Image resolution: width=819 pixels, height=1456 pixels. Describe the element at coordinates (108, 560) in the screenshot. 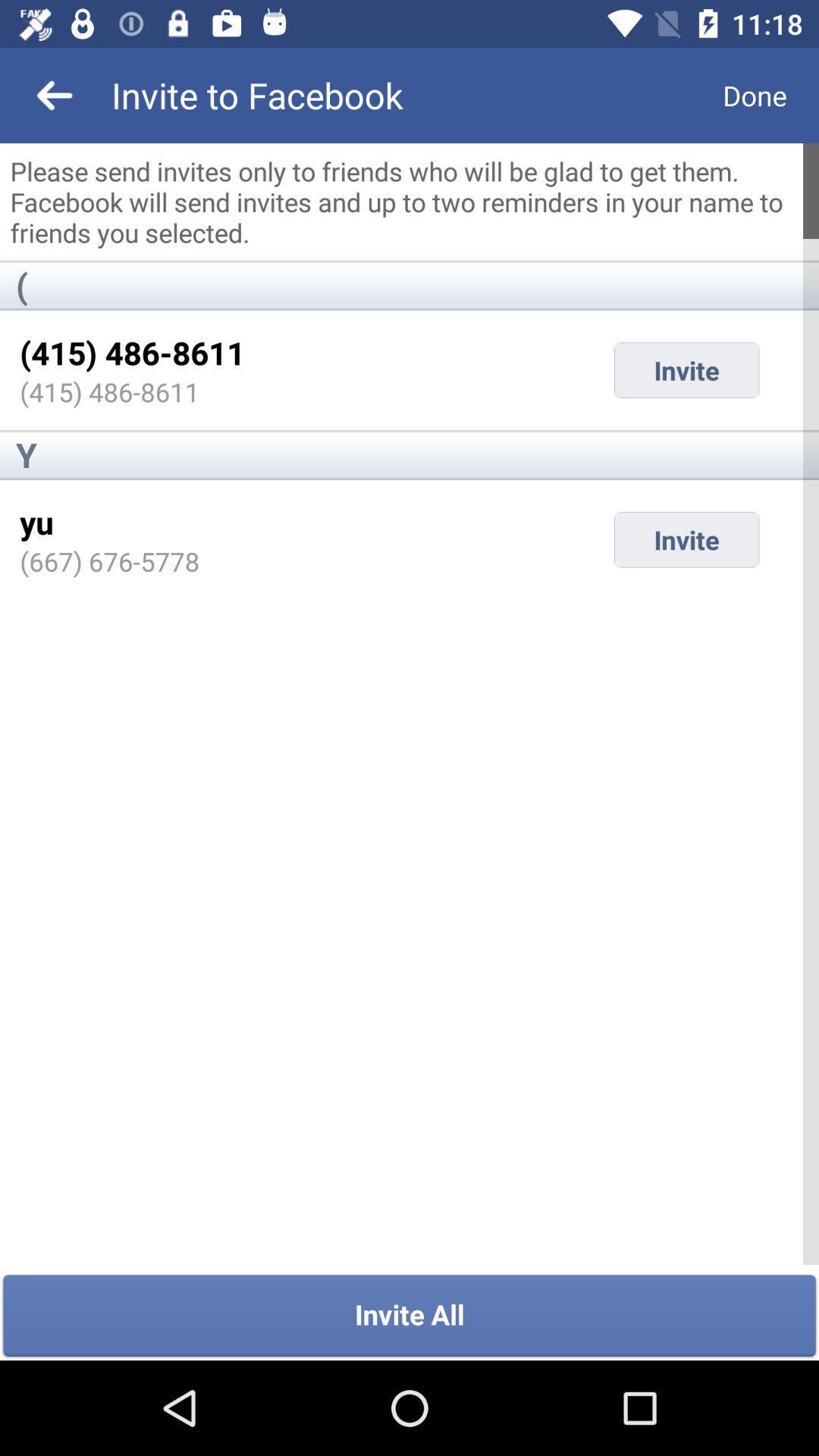

I see `item to the left of the invite icon` at that location.